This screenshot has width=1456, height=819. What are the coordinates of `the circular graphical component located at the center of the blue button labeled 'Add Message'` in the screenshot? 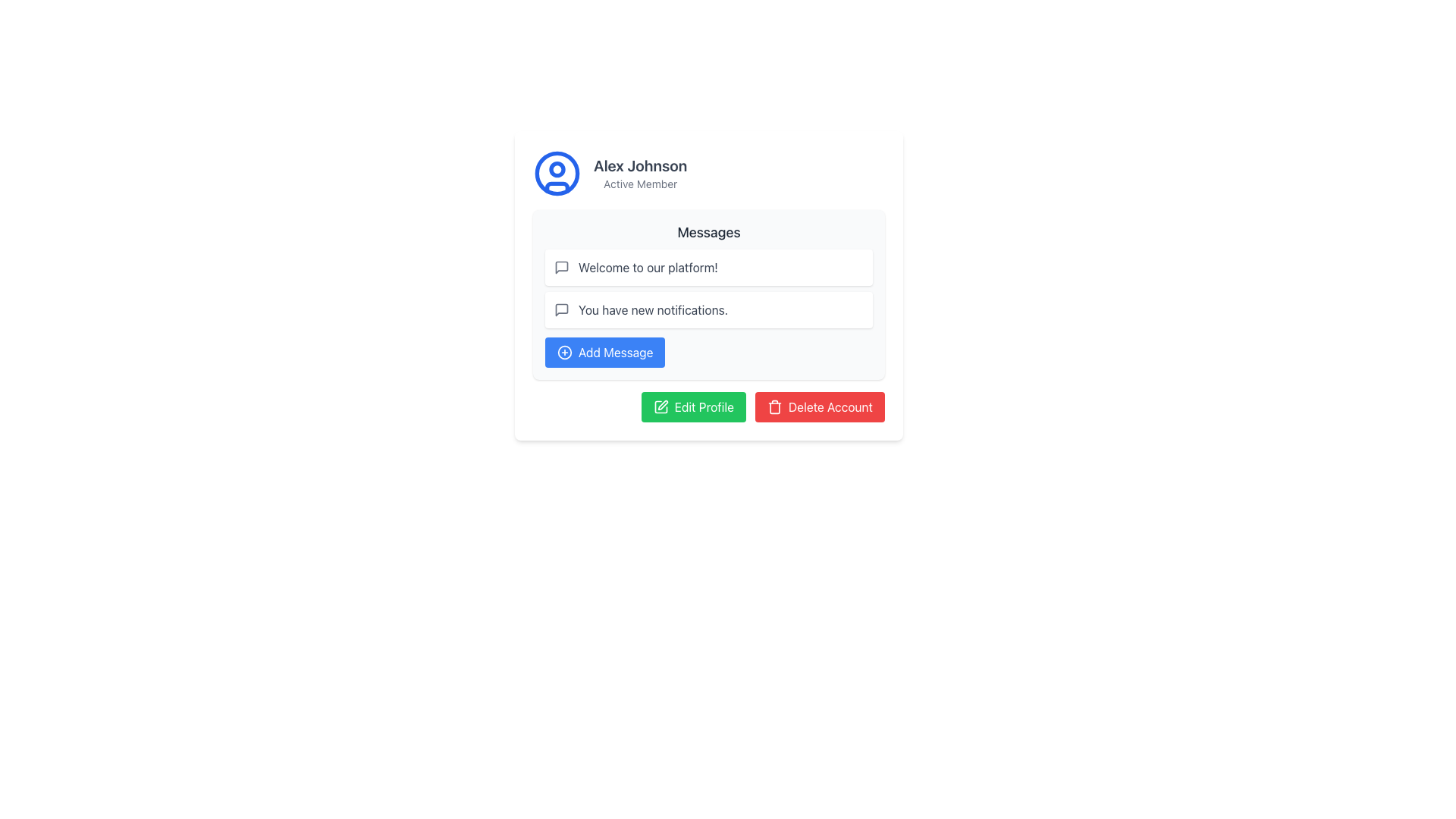 It's located at (563, 353).